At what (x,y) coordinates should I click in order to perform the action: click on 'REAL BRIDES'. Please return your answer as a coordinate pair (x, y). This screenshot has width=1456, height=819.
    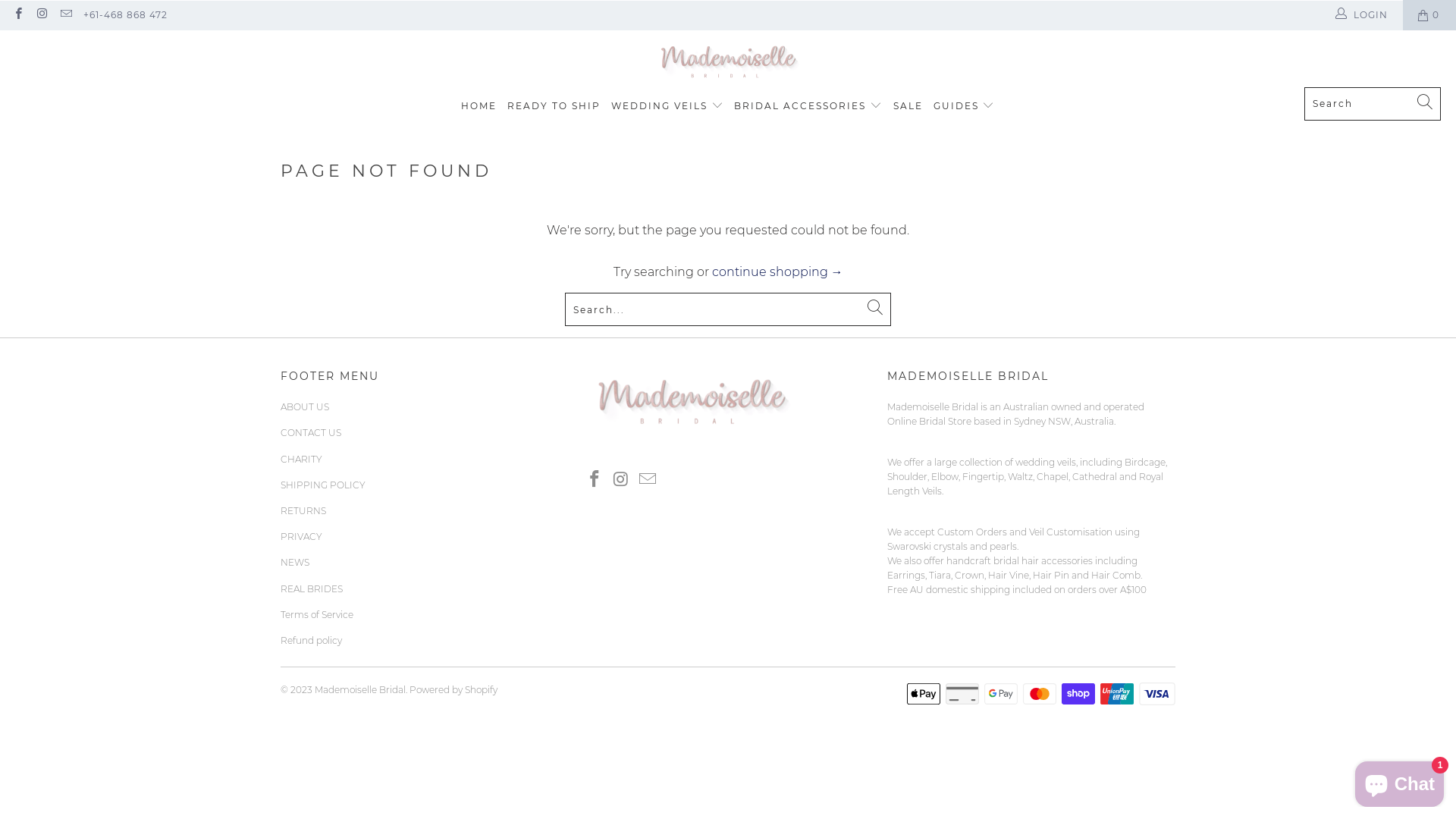
    Looking at the image, I should click on (311, 588).